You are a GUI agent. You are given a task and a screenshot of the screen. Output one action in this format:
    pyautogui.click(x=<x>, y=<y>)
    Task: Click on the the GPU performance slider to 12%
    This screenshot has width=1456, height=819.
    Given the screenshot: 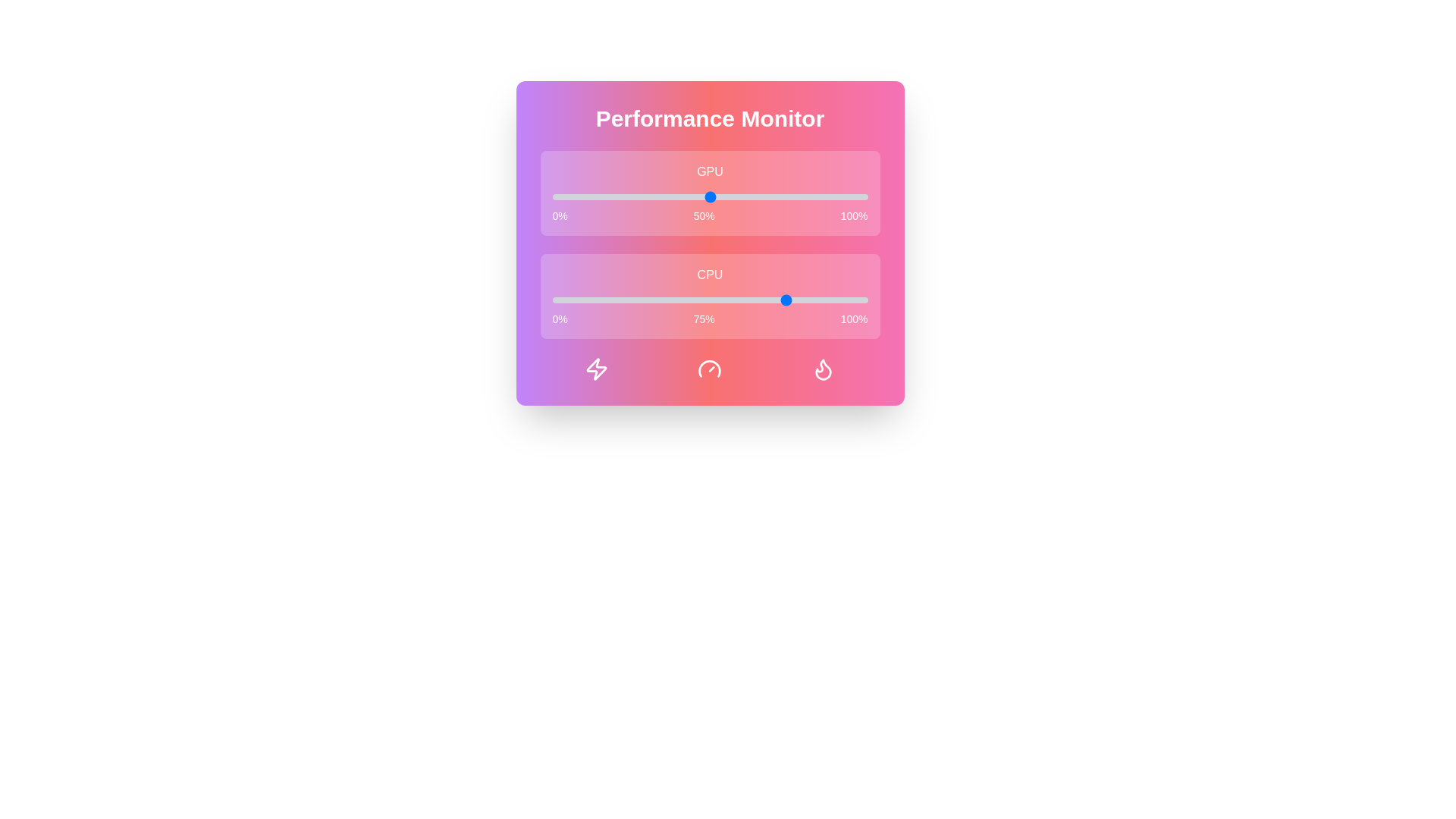 What is the action you would take?
    pyautogui.click(x=589, y=196)
    